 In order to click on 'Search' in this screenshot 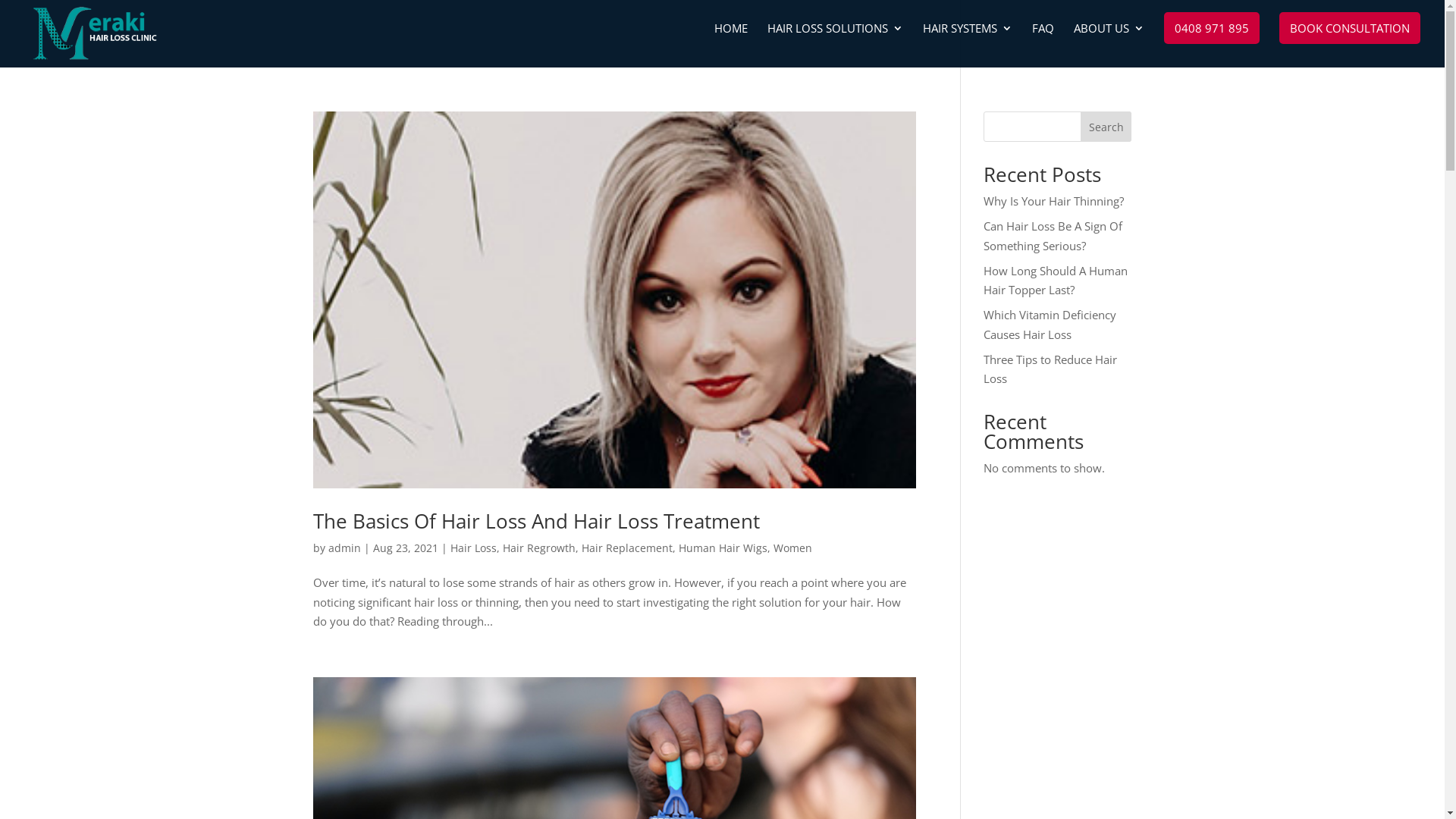, I will do `click(1106, 125)`.